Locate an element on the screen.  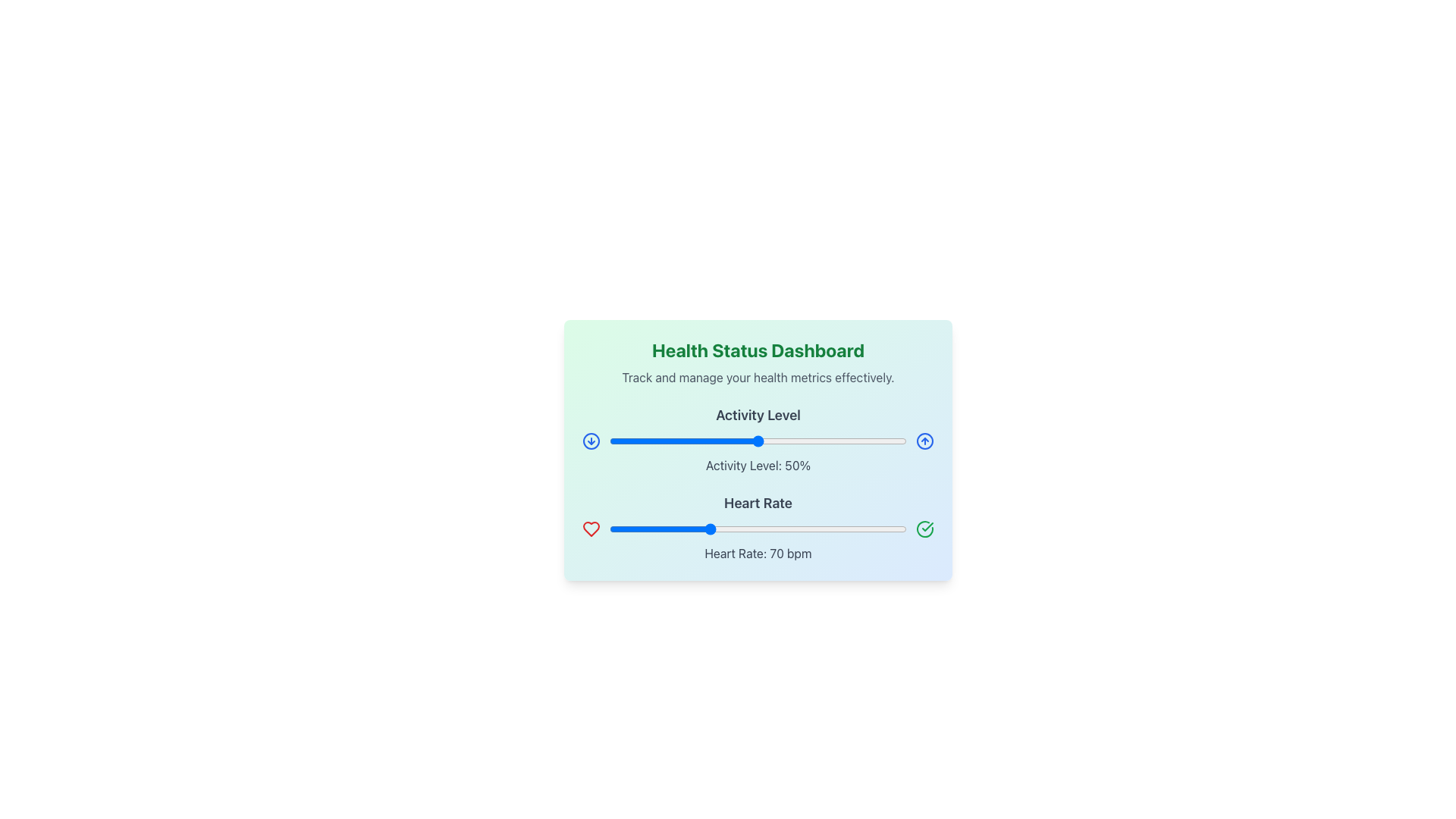
the activity level is located at coordinates (633, 441).